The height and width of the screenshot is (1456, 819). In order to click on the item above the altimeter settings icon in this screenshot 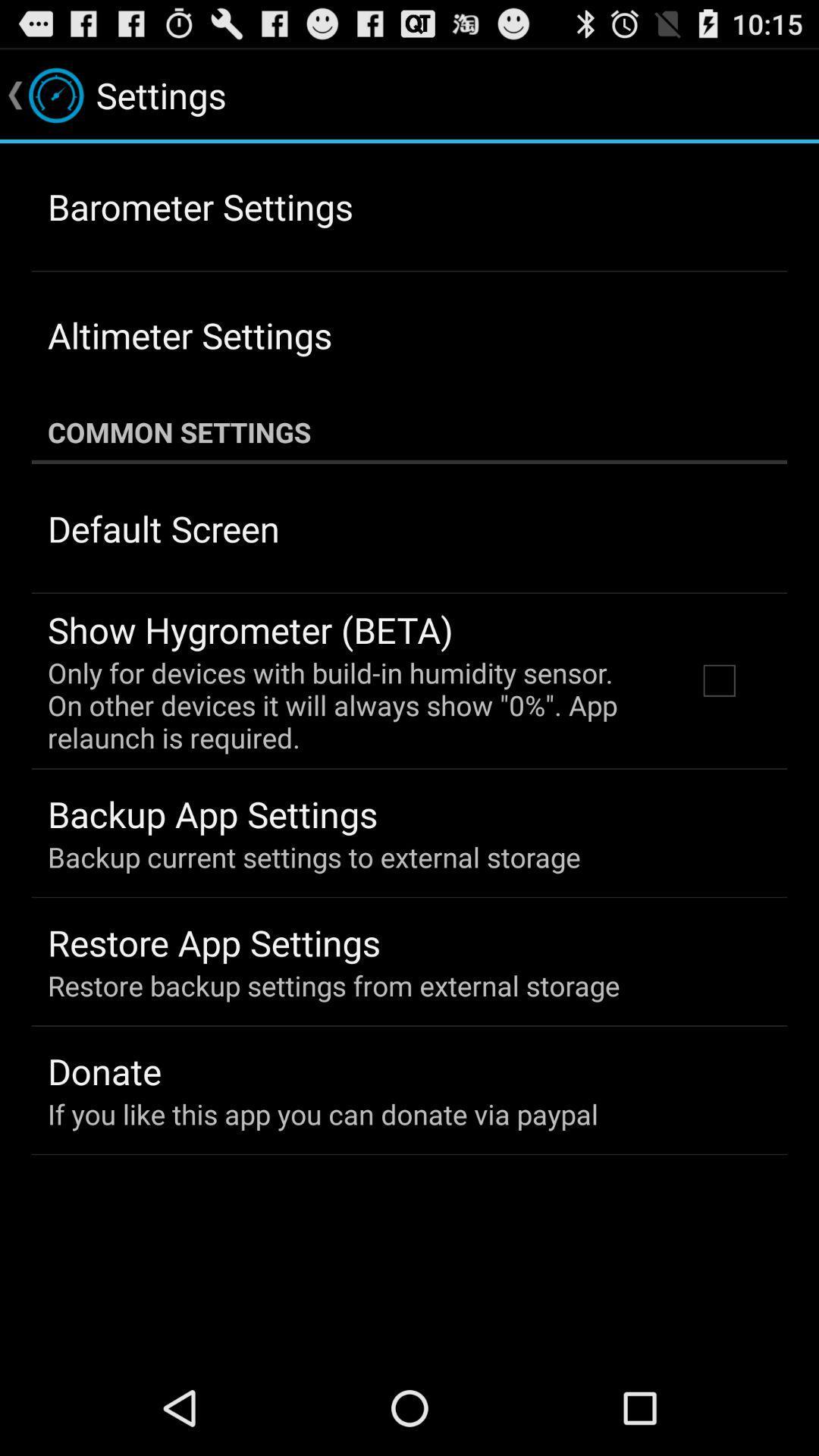, I will do `click(199, 206)`.